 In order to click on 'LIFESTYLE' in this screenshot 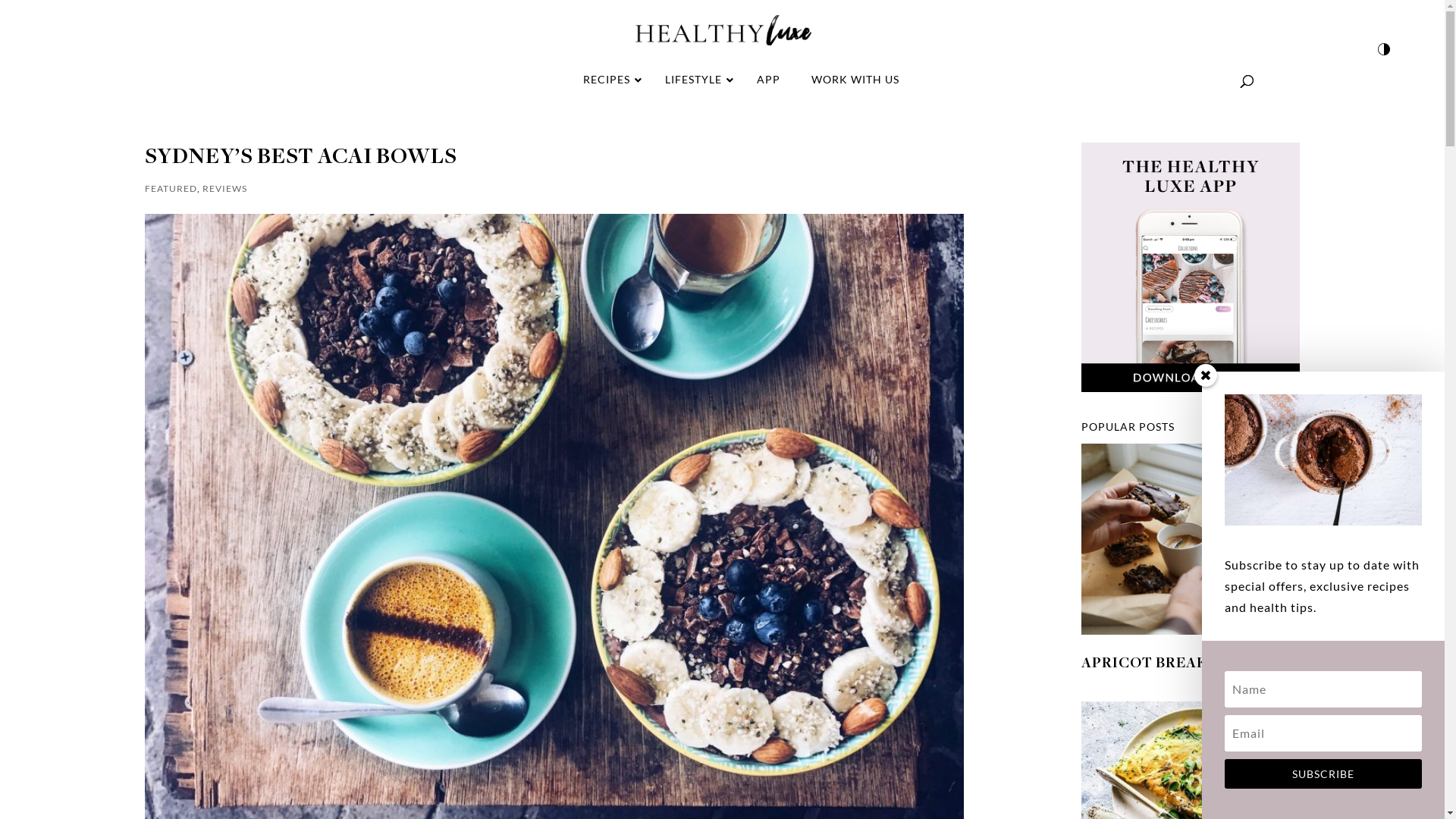, I will do `click(694, 79)`.